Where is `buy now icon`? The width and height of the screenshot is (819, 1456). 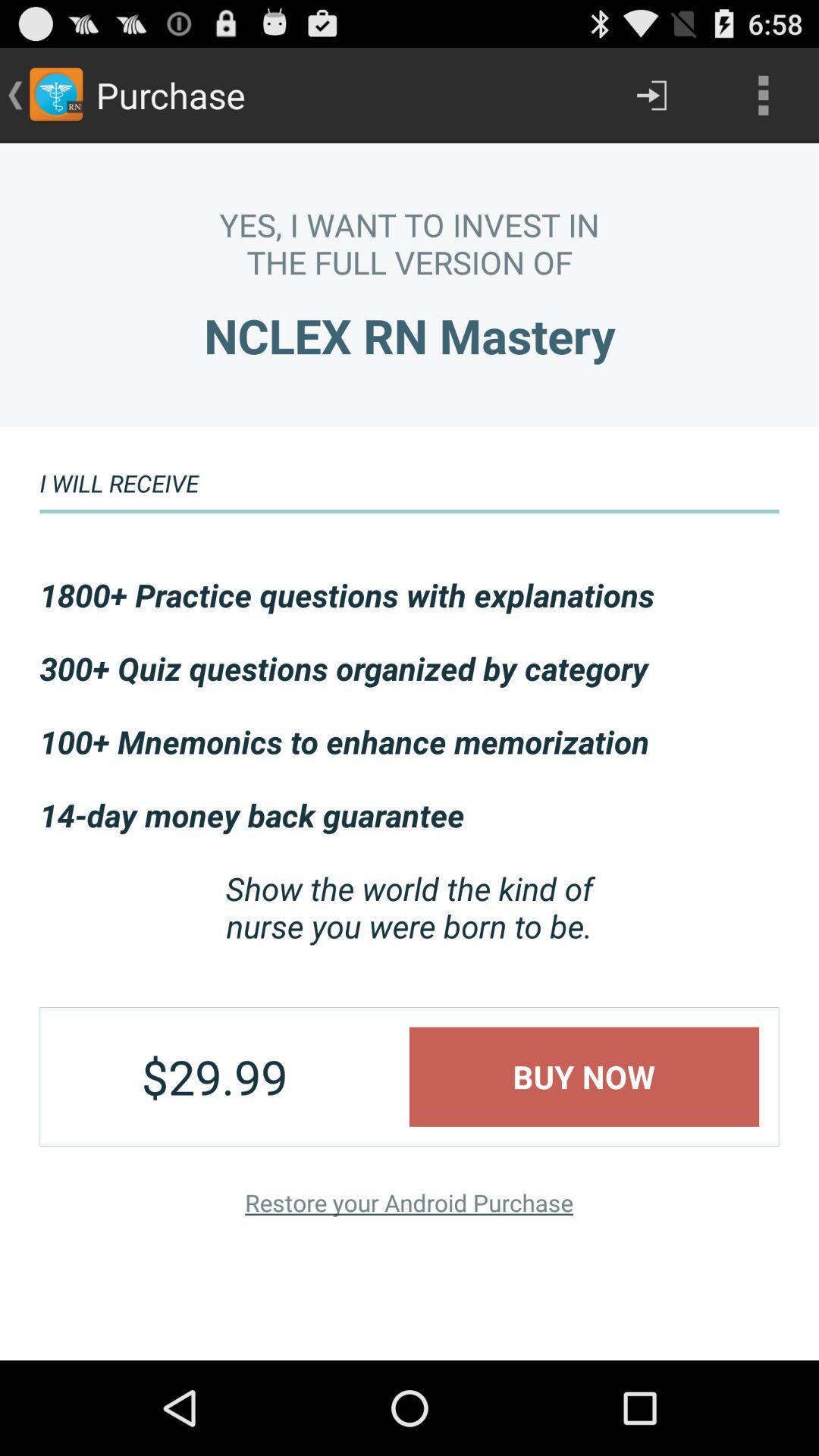 buy now icon is located at coordinates (583, 1076).